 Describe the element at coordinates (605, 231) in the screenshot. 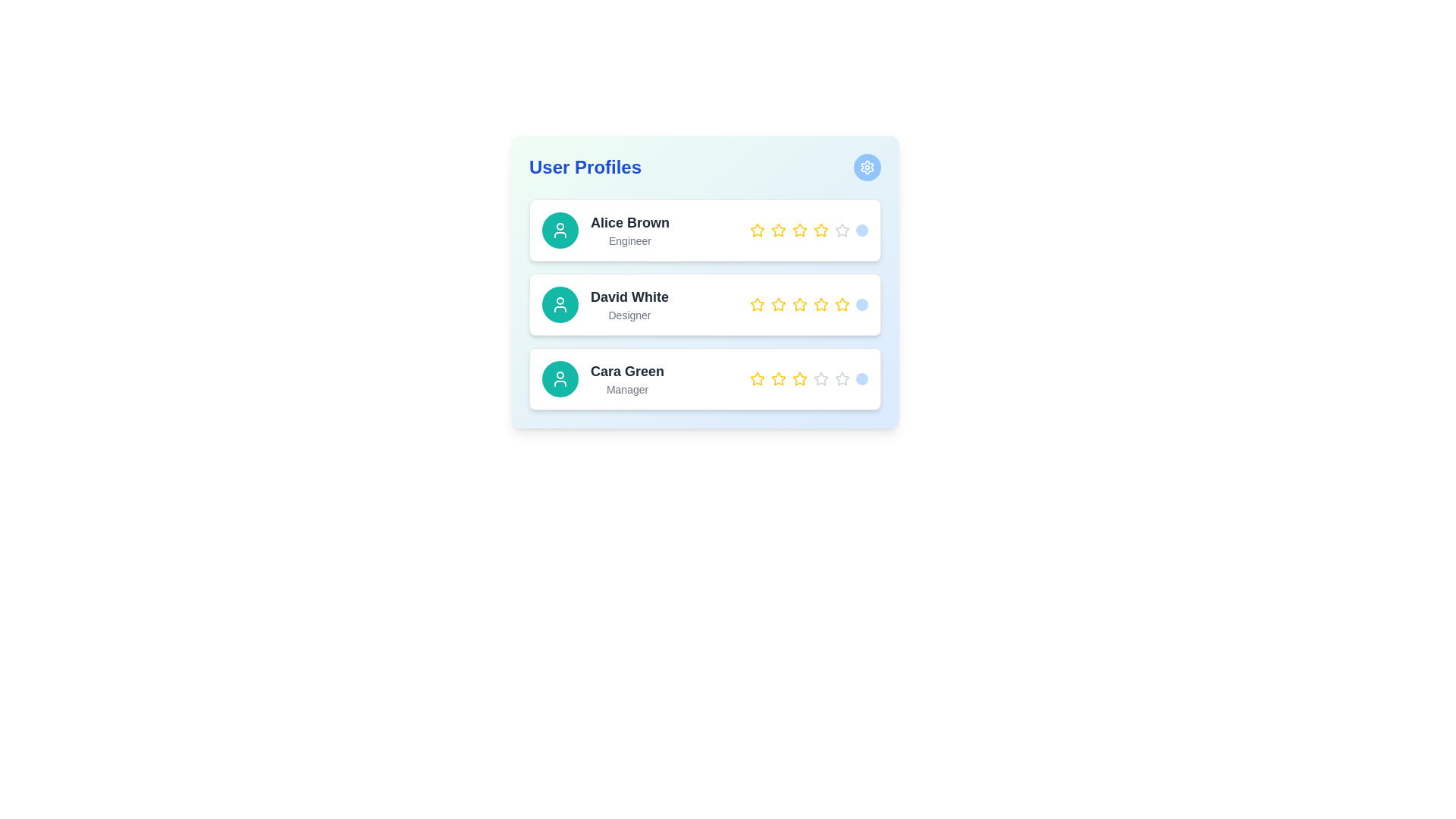

I see `the UserProfileSummary element at the top of the user profiles list` at that location.